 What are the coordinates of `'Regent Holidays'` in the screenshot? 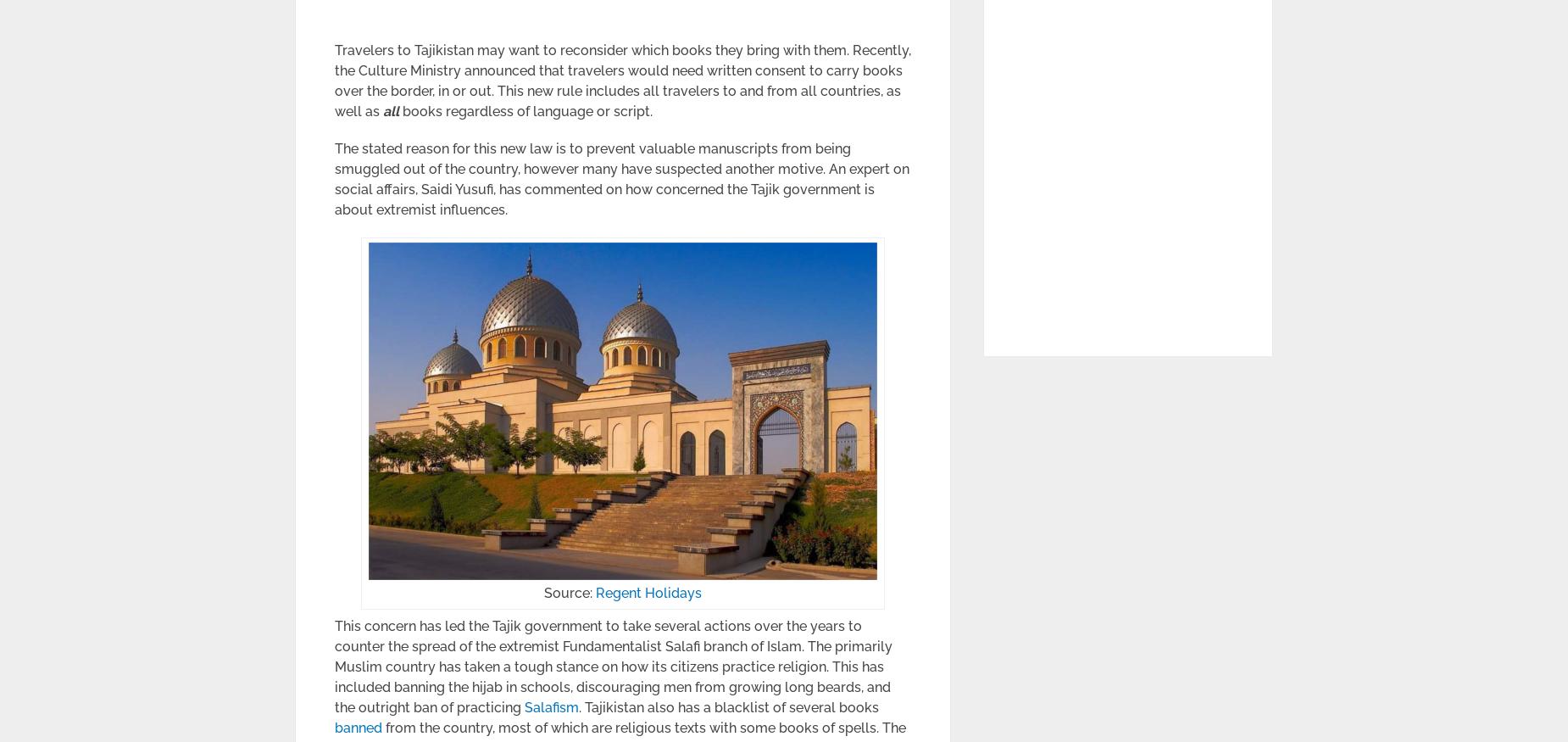 It's located at (648, 593).